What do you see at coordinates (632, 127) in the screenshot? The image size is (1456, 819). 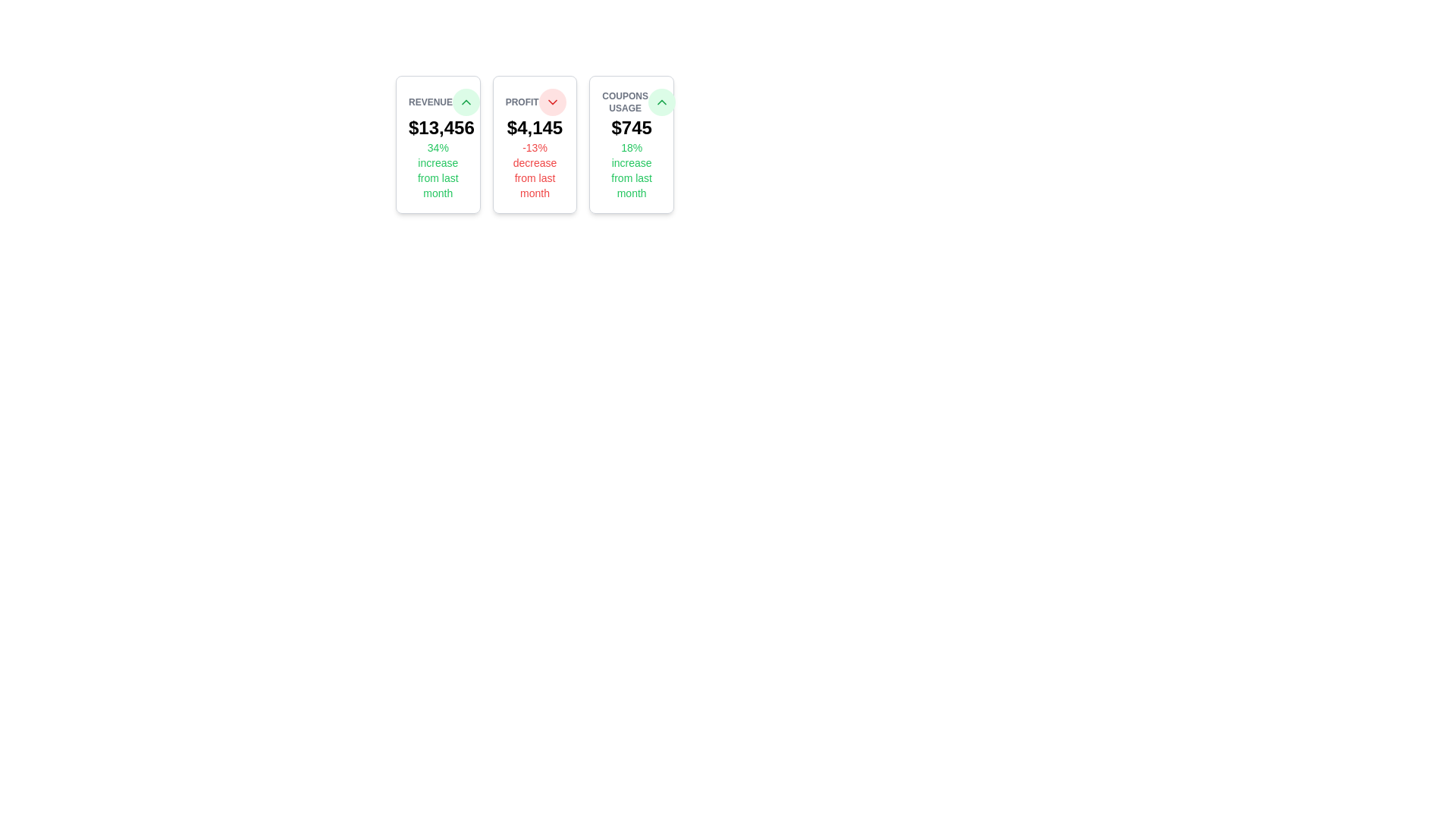 I see `the text label displaying the amount '$745' which is centrally aligned within the third card titled 'Coupons usage'` at bounding box center [632, 127].